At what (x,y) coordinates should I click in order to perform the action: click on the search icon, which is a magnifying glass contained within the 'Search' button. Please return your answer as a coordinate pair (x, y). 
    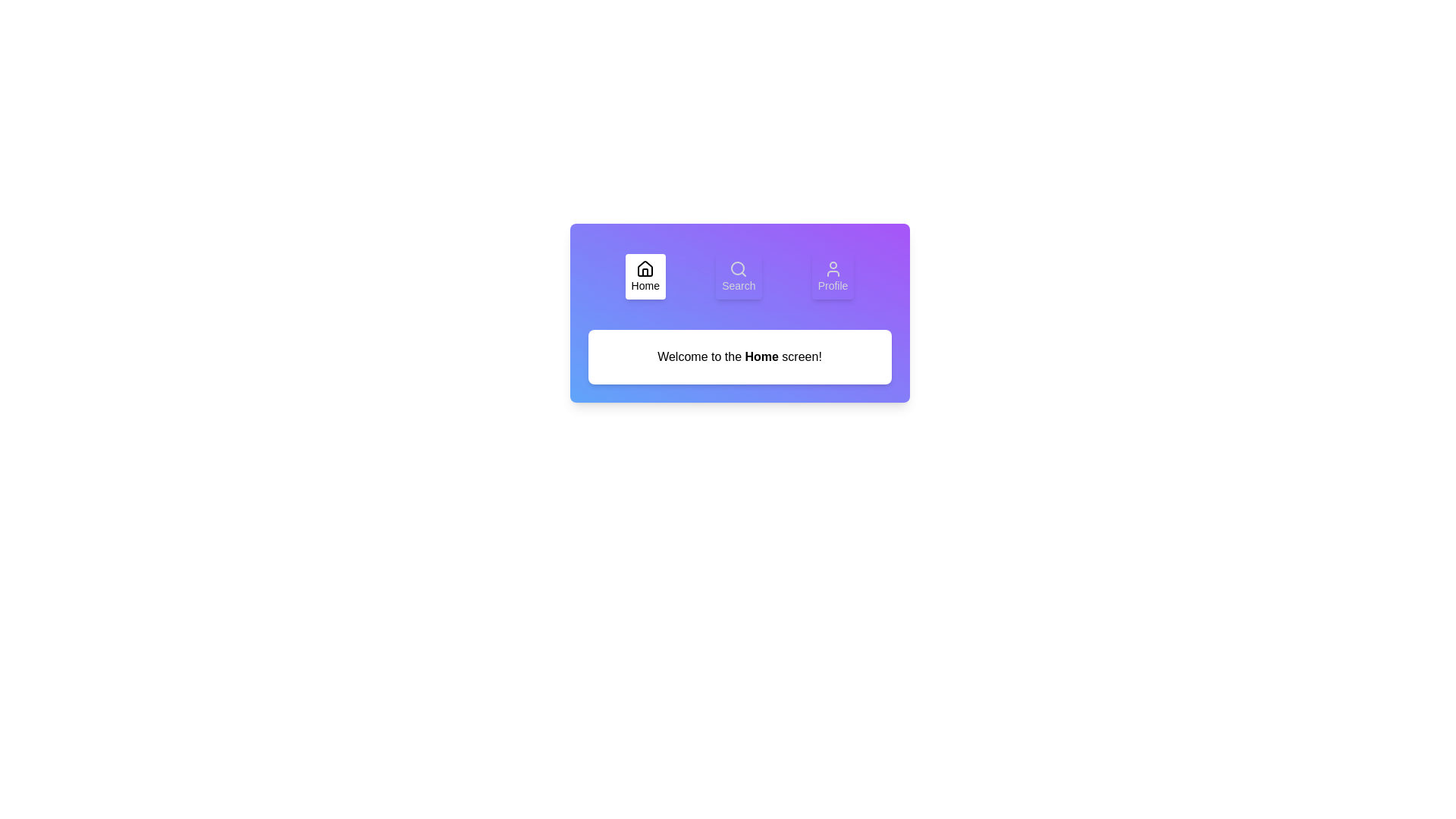
    Looking at the image, I should click on (739, 268).